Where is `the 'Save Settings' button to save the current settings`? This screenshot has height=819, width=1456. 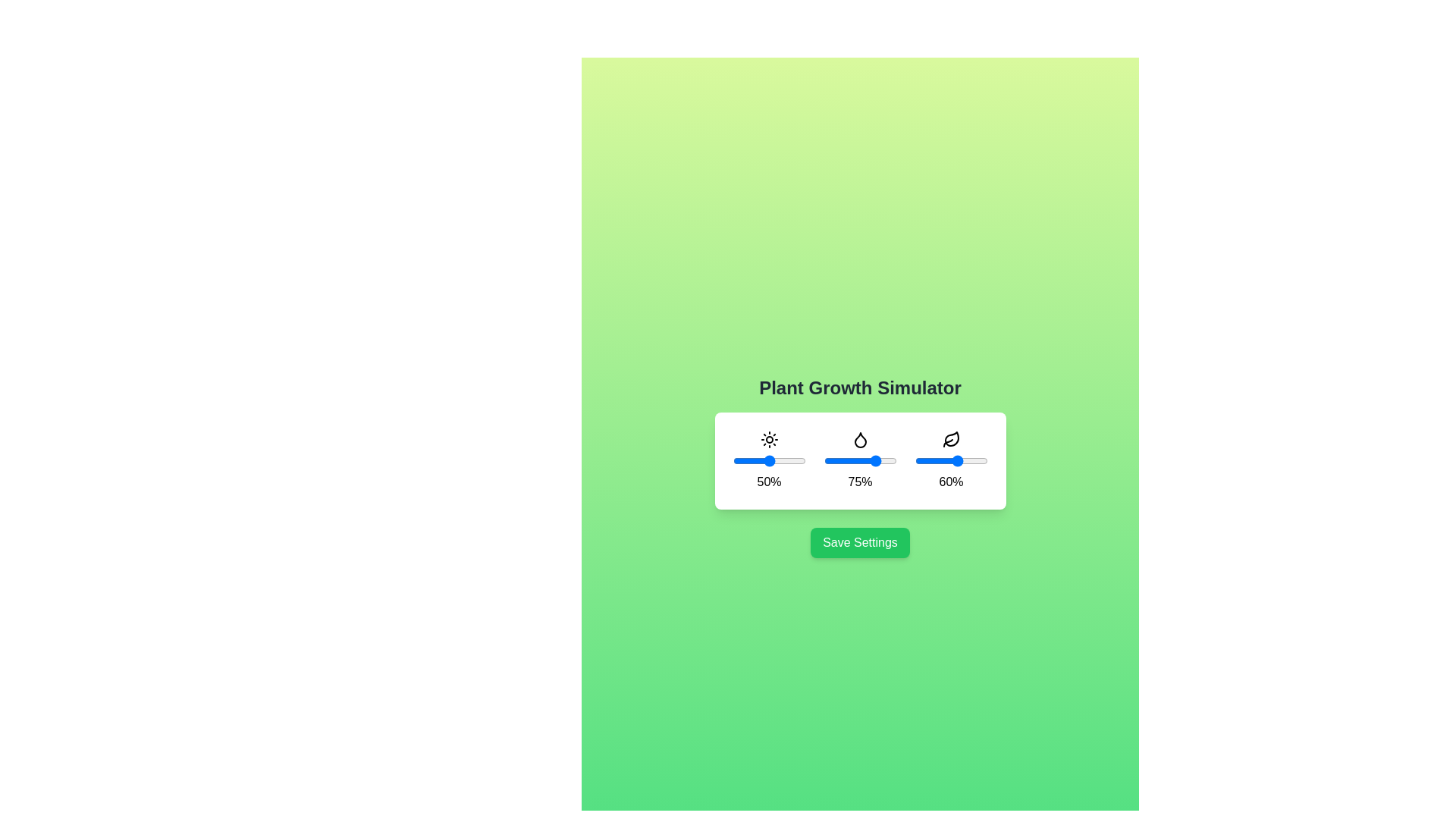
the 'Save Settings' button to save the current settings is located at coordinates (860, 542).